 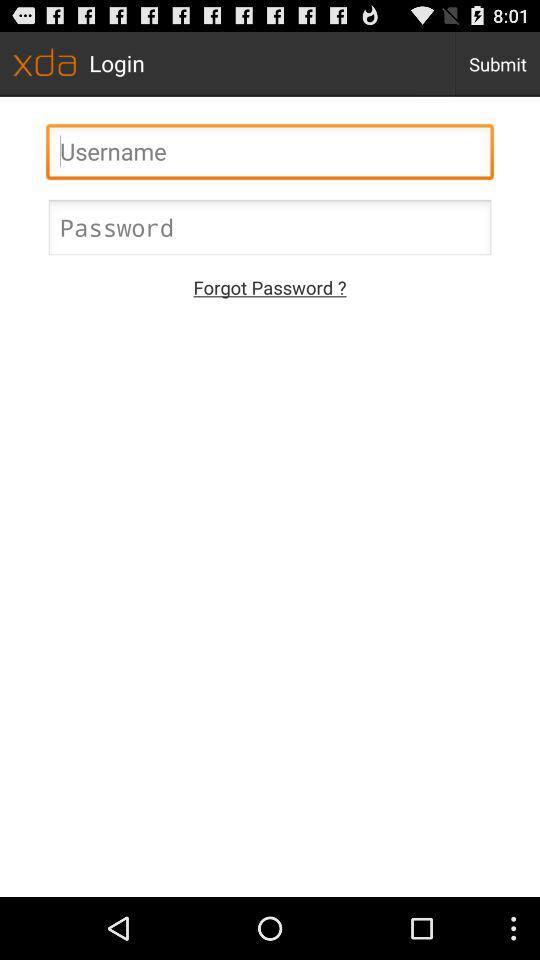 I want to click on app next to the login app, so click(x=496, y=63).